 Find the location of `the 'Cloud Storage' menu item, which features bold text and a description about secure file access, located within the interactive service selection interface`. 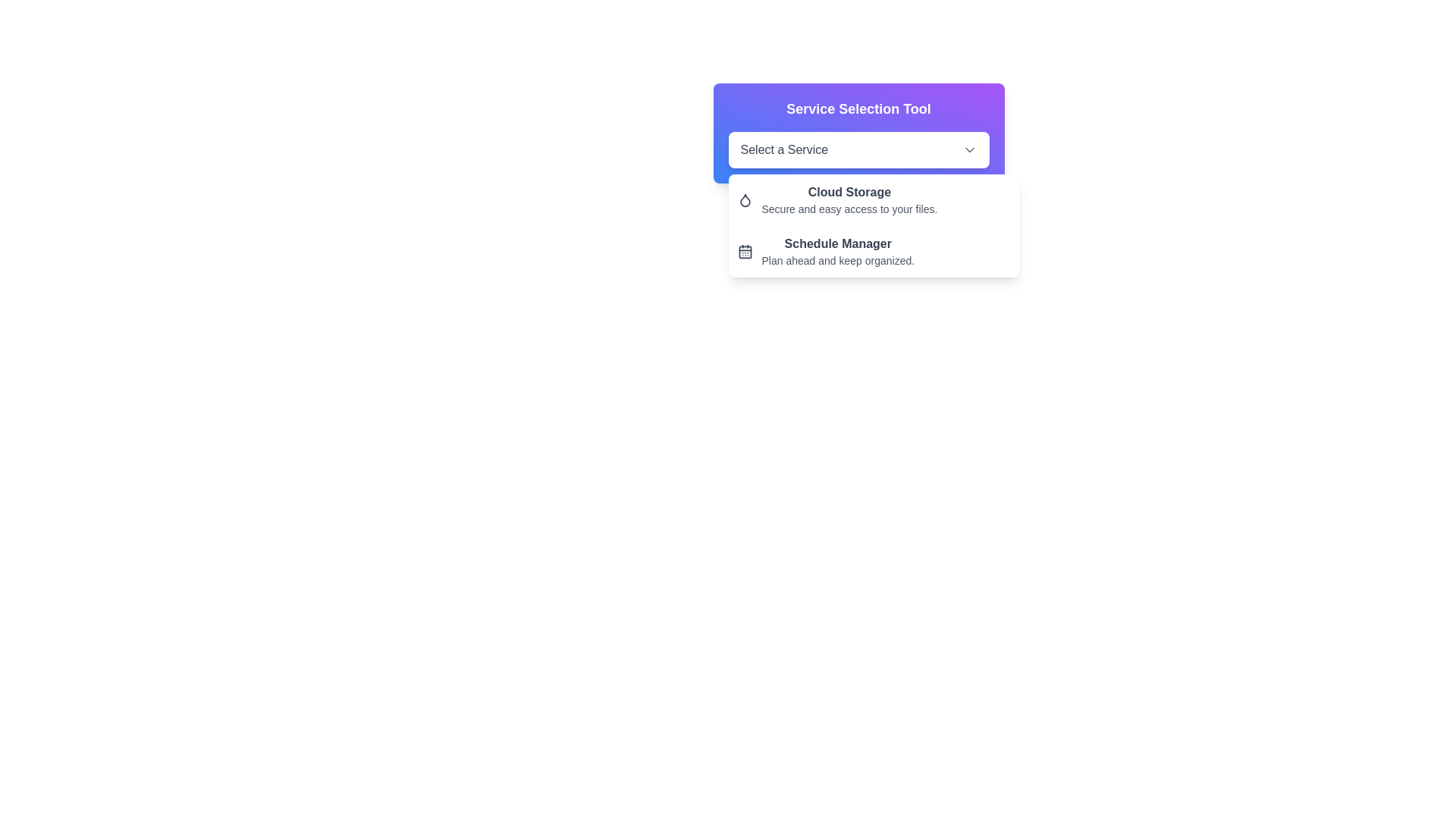

the 'Cloud Storage' menu item, which features bold text and a description about secure file access, located within the interactive service selection interface is located at coordinates (849, 199).